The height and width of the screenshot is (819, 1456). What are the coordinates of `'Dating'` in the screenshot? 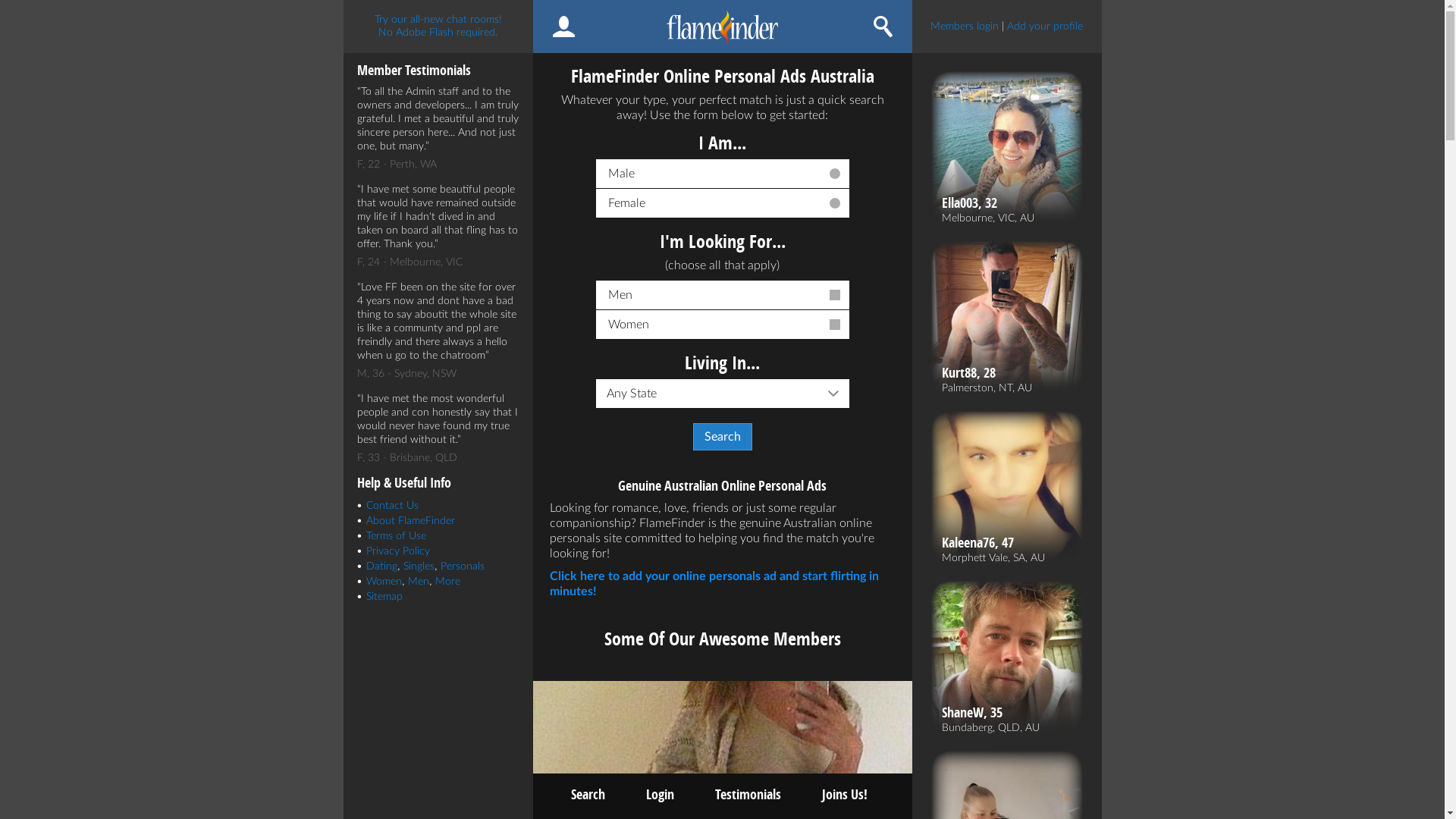 It's located at (381, 566).